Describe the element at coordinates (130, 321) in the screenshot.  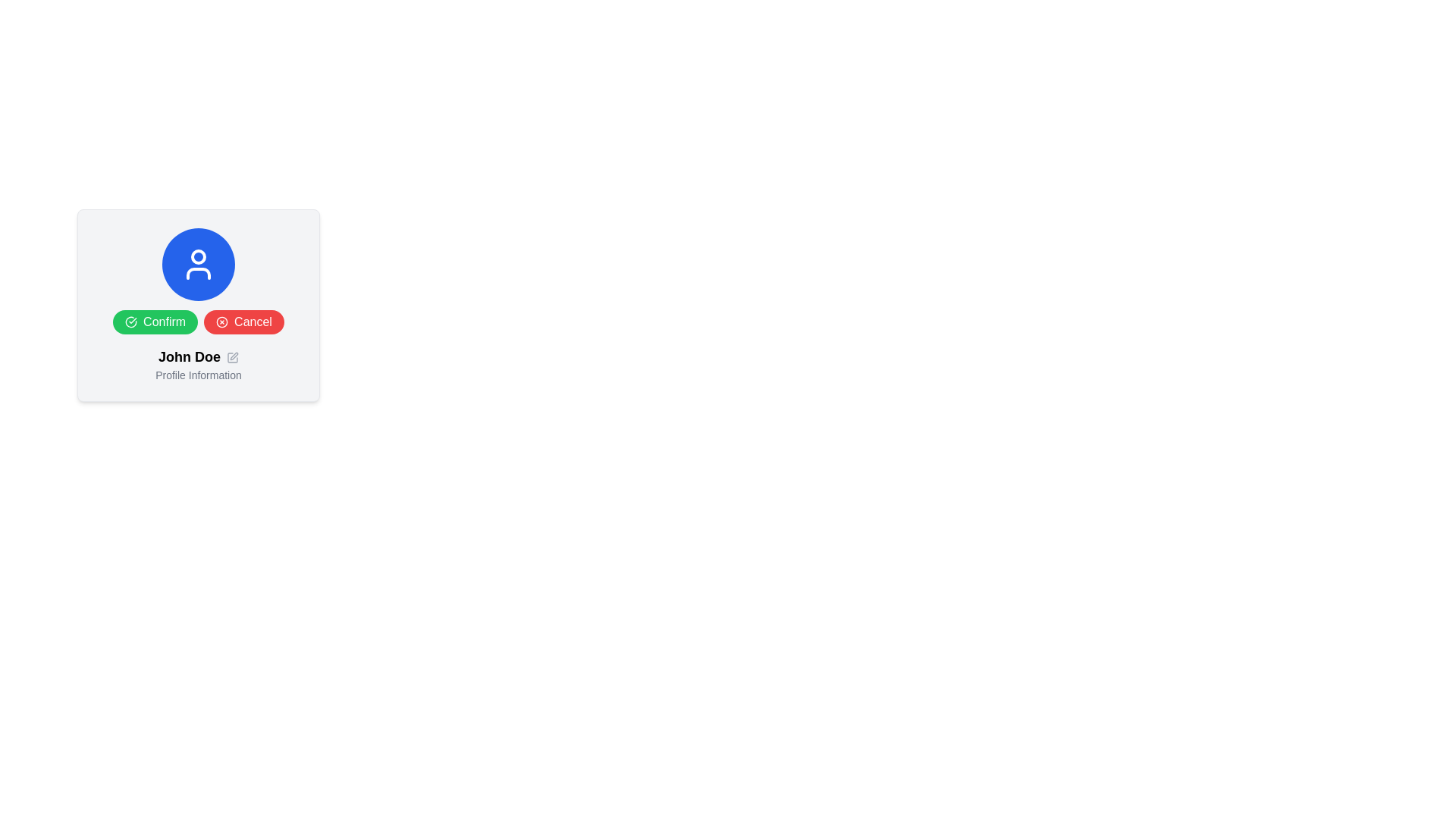
I see `the confirming action icon located inside the left green 'Confirm' button, which is part of the control panel below the blue user avatar` at that location.